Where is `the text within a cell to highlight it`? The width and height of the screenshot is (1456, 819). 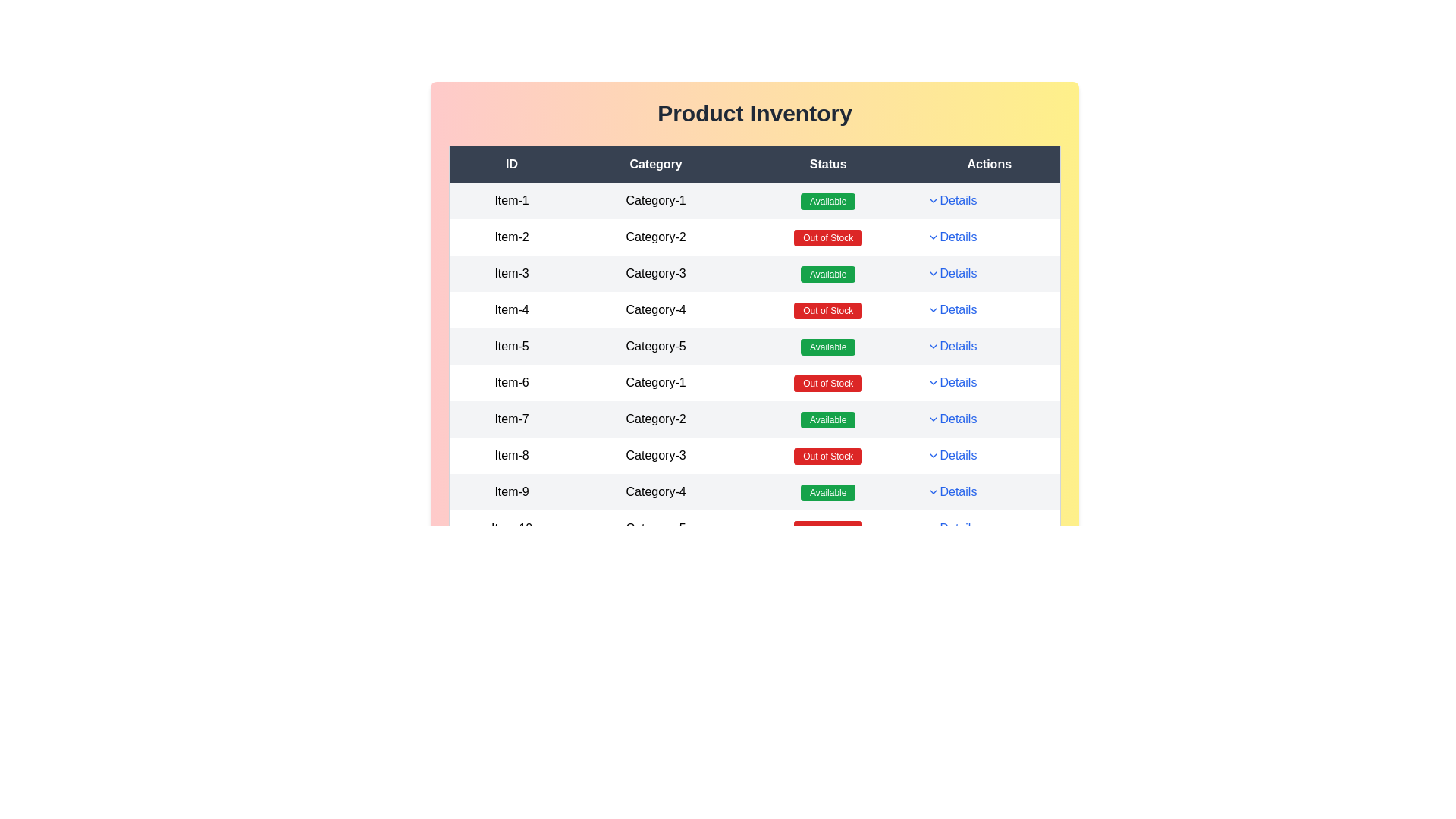 the text within a cell to highlight it is located at coordinates (510, 200).